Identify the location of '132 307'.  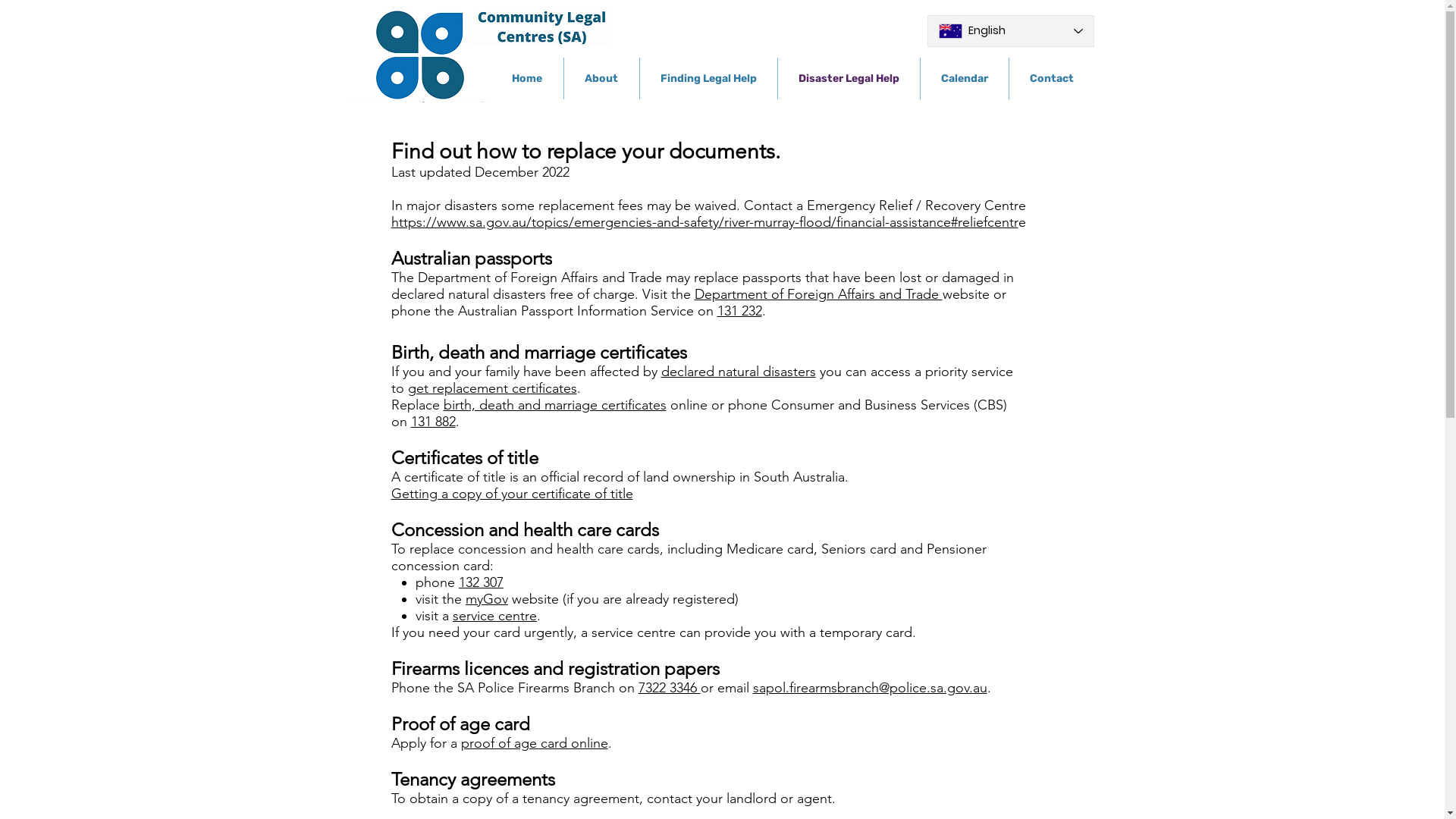
(480, 581).